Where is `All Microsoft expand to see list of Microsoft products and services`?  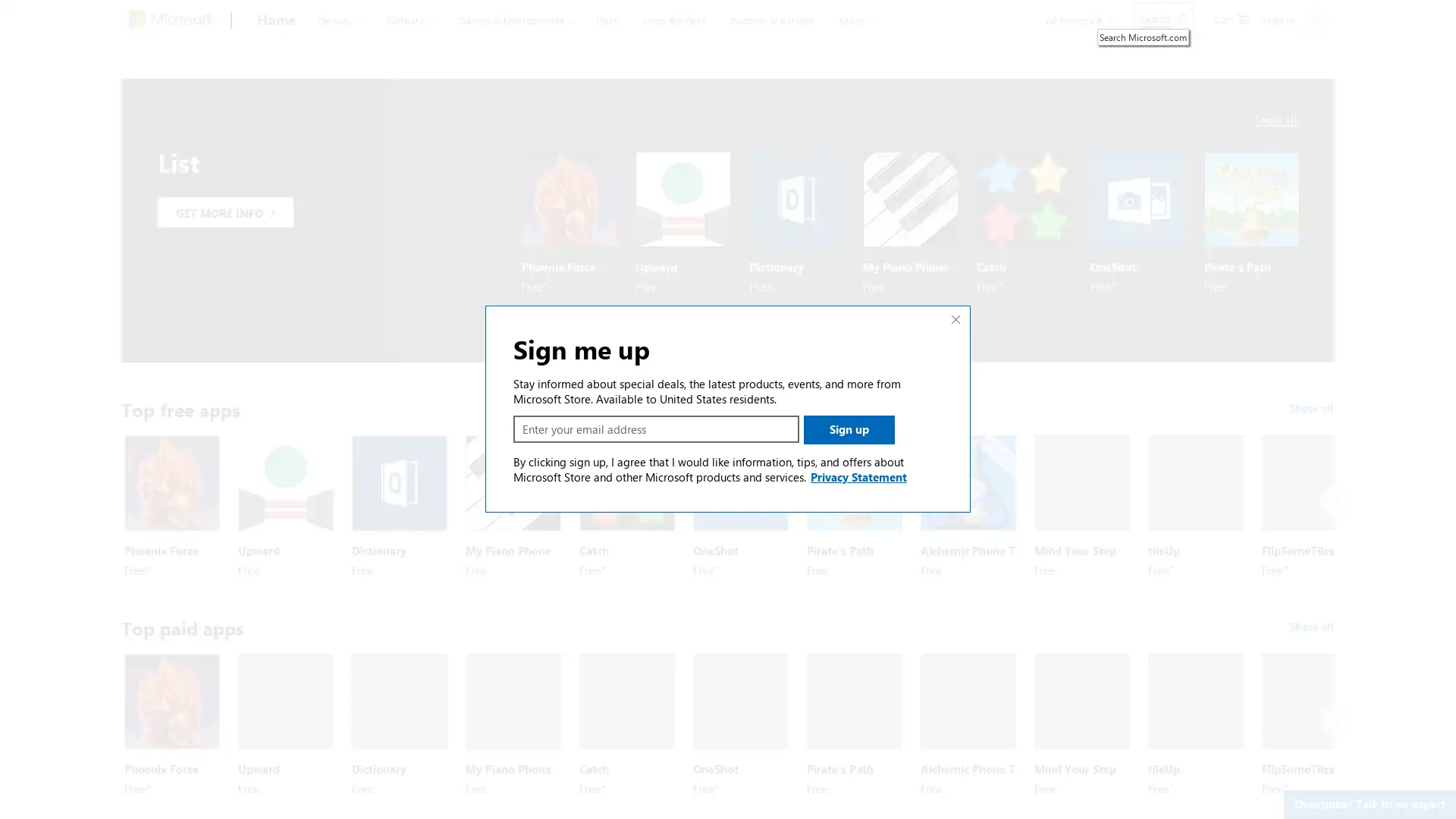 All Microsoft expand to see list of Microsoft products and services is located at coordinates (1076, 20).